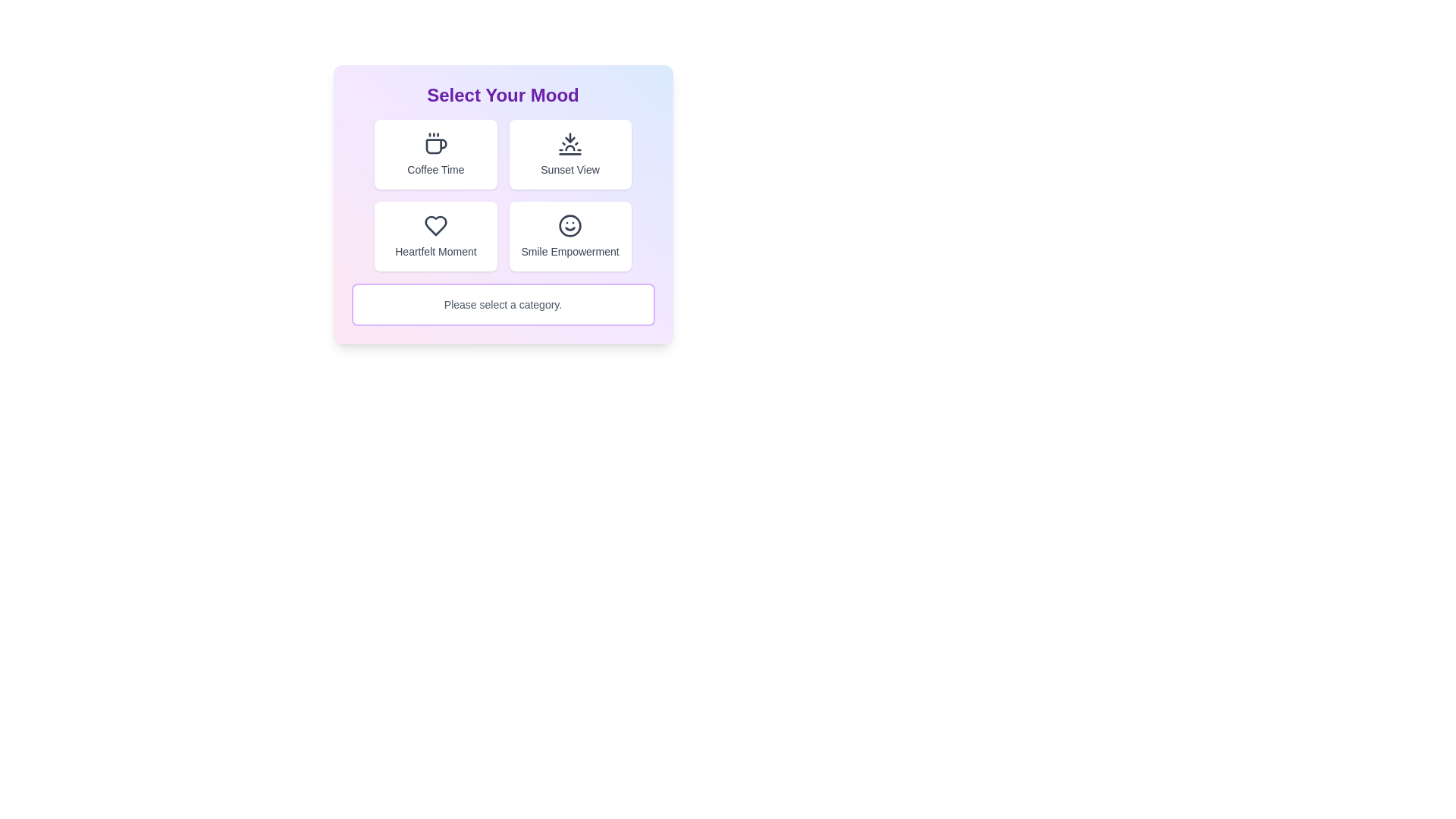  What do you see at coordinates (570, 155) in the screenshot?
I see `the 'Sunset View' button, which is the second item in the top row of the grid layout` at bounding box center [570, 155].